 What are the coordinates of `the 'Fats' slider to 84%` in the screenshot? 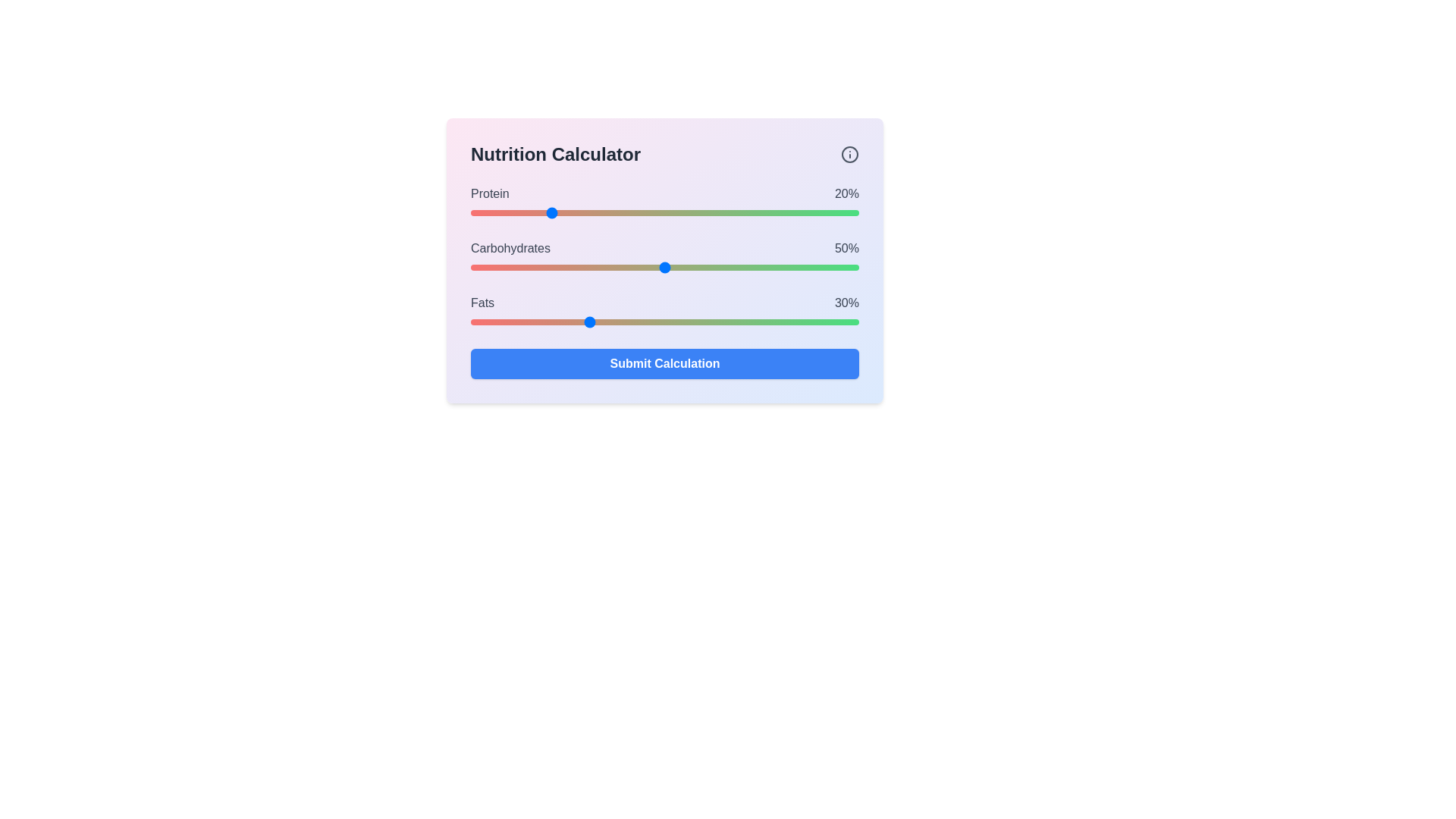 It's located at (796, 321).